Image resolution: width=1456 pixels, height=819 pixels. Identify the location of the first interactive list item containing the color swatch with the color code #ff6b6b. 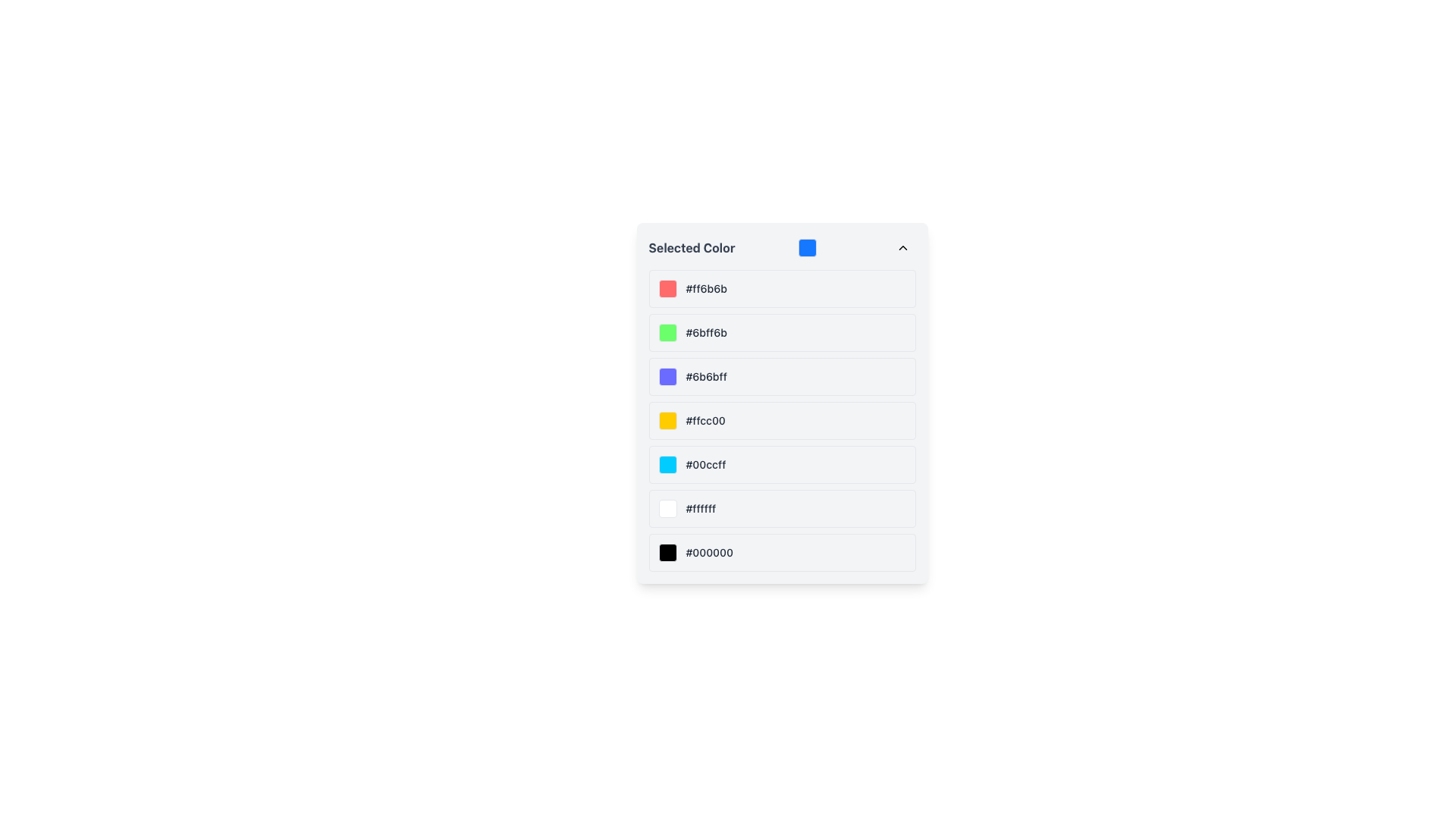
(782, 289).